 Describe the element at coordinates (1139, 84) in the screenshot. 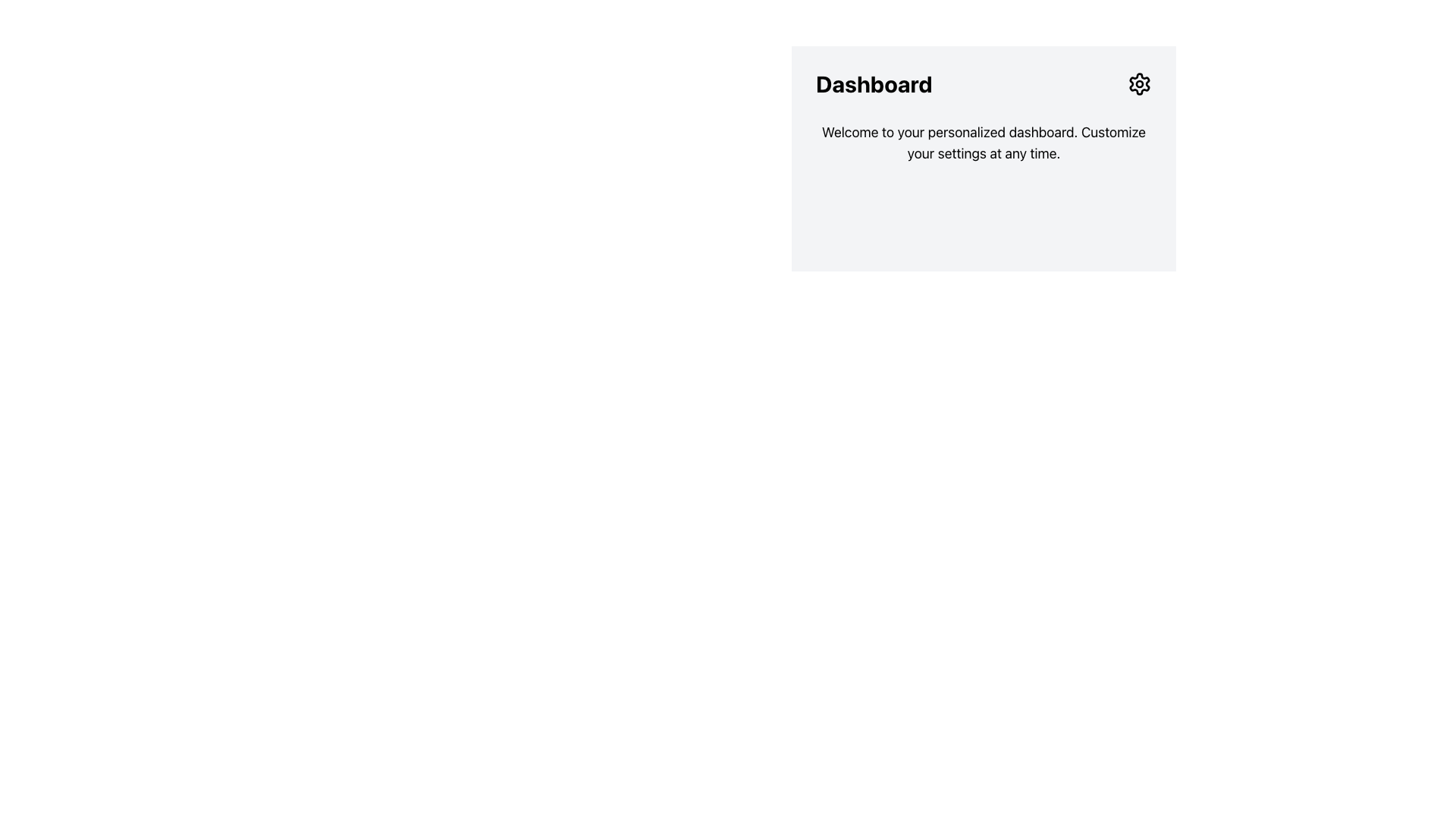

I see `the gear icon located at the right end of the header section labeled 'Dashboard'` at that location.